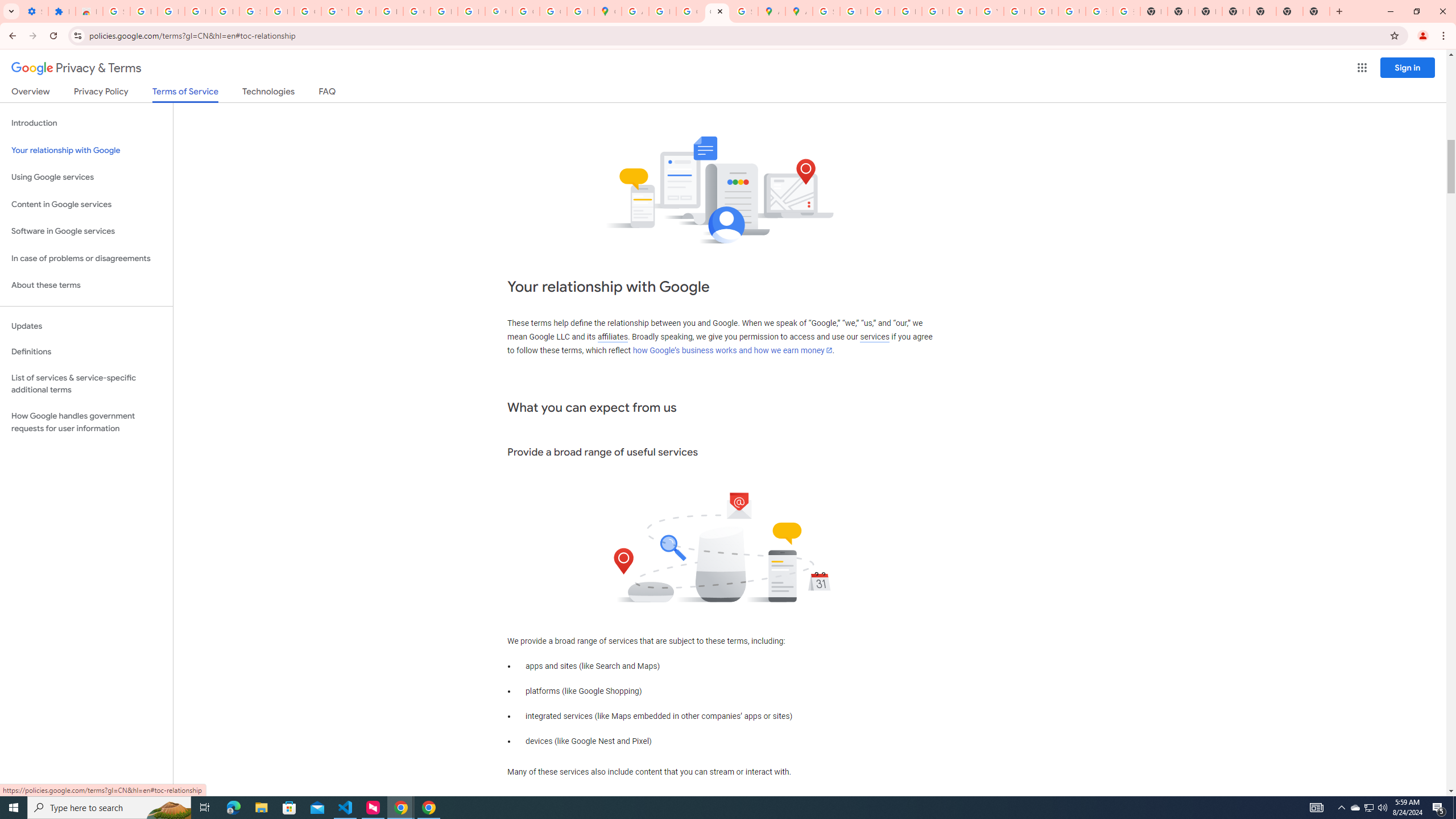  Describe the element at coordinates (607, 11) in the screenshot. I see `'Google Maps'` at that location.